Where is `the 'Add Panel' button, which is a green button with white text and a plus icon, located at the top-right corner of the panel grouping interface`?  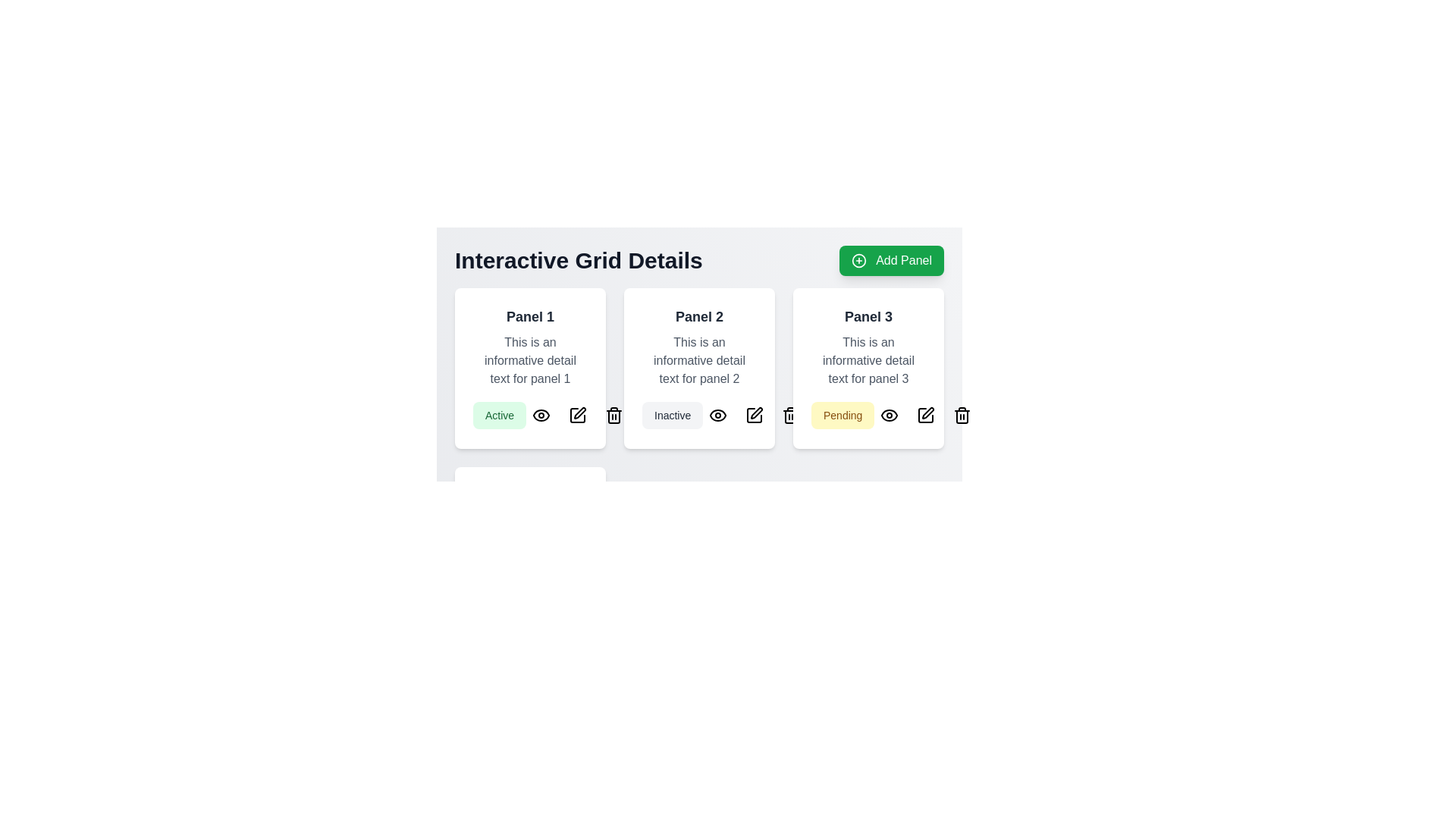 the 'Add Panel' button, which is a green button with white text and a plus icon, located at the top-right corner of the panel grouping interface is located at coordinates (892, 259).